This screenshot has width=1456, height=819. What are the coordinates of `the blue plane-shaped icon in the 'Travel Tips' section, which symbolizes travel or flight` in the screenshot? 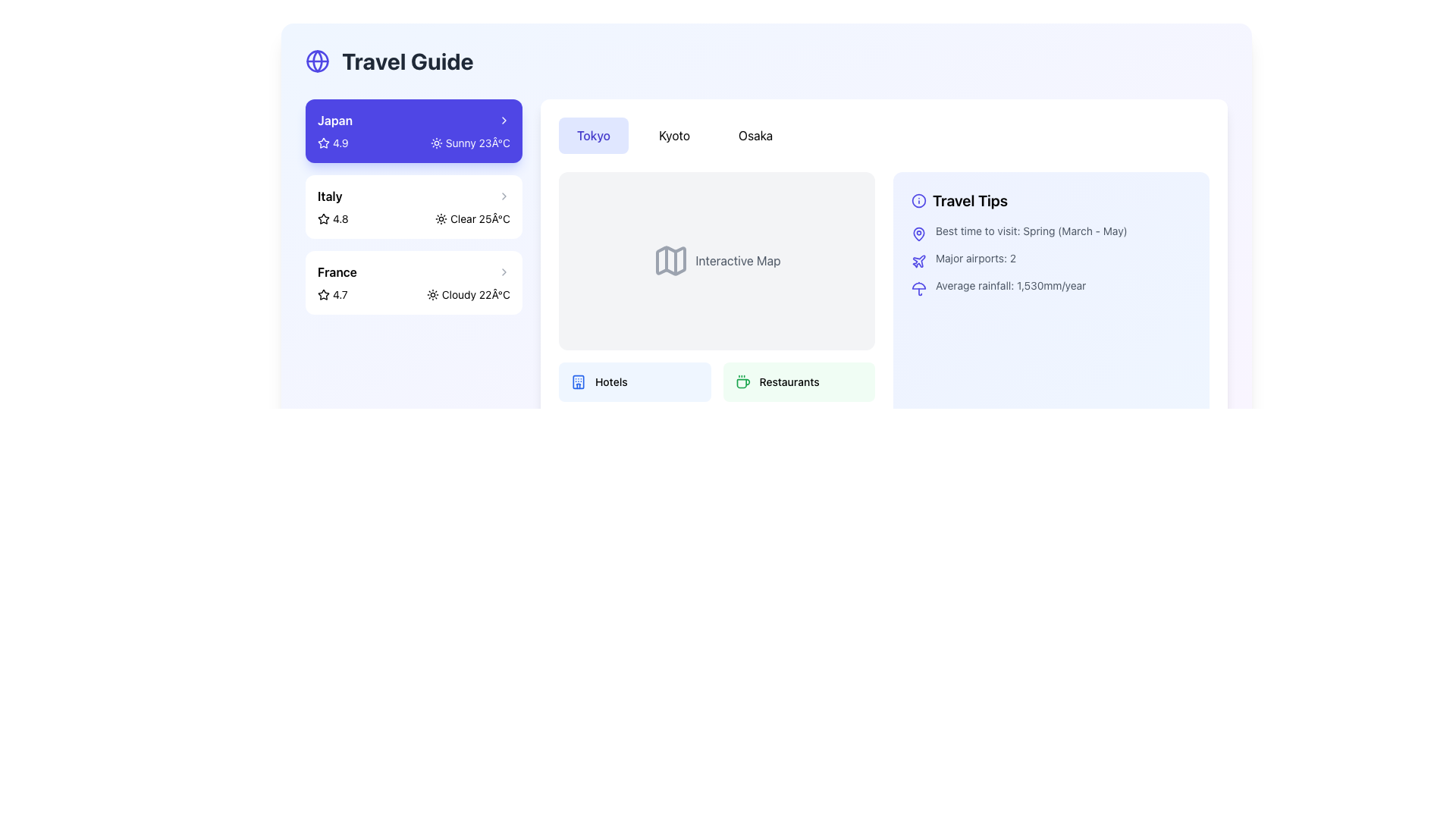 It's located at (918, 260).